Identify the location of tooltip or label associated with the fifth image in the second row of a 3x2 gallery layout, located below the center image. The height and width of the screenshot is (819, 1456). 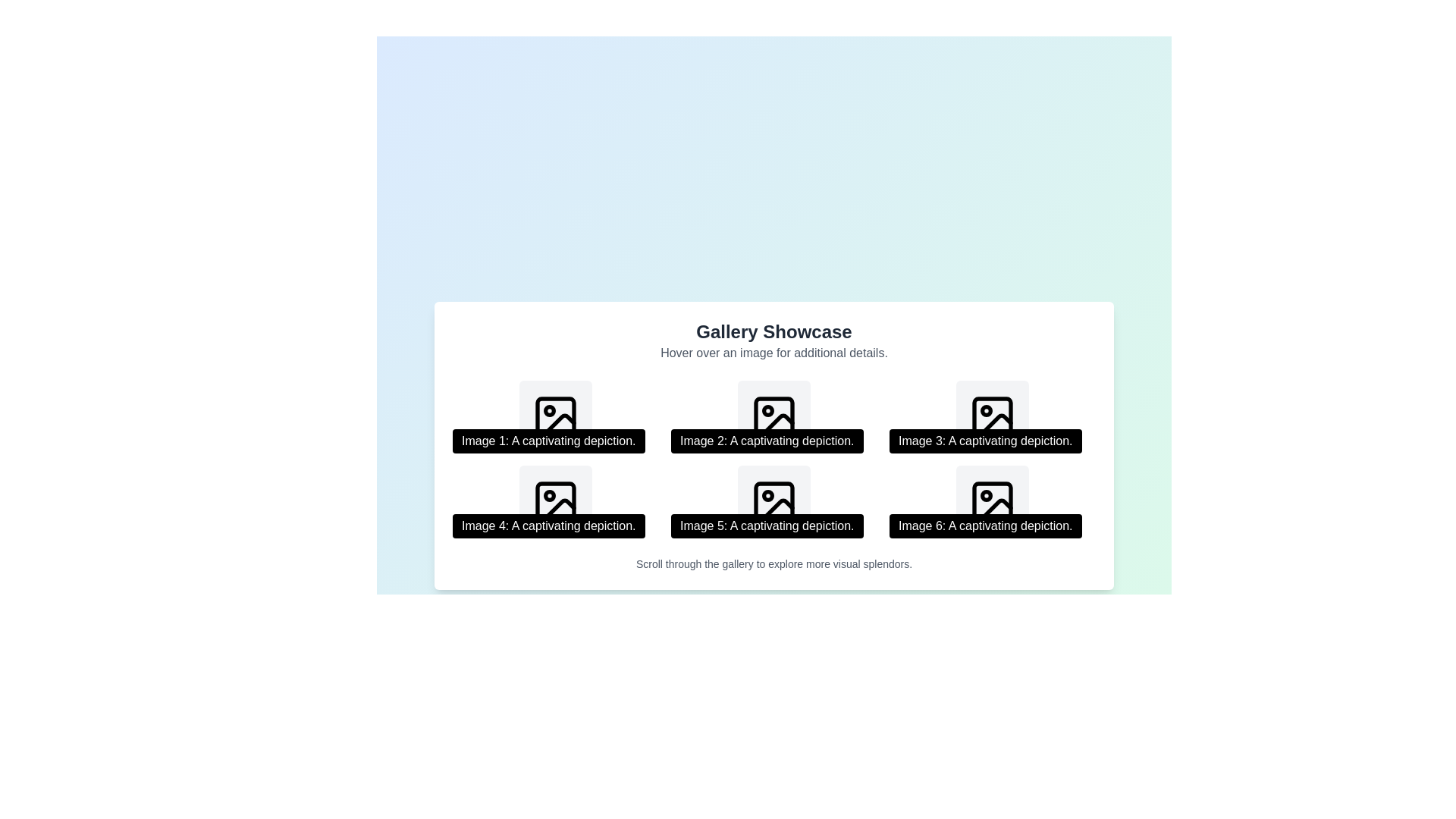
(767, 526).